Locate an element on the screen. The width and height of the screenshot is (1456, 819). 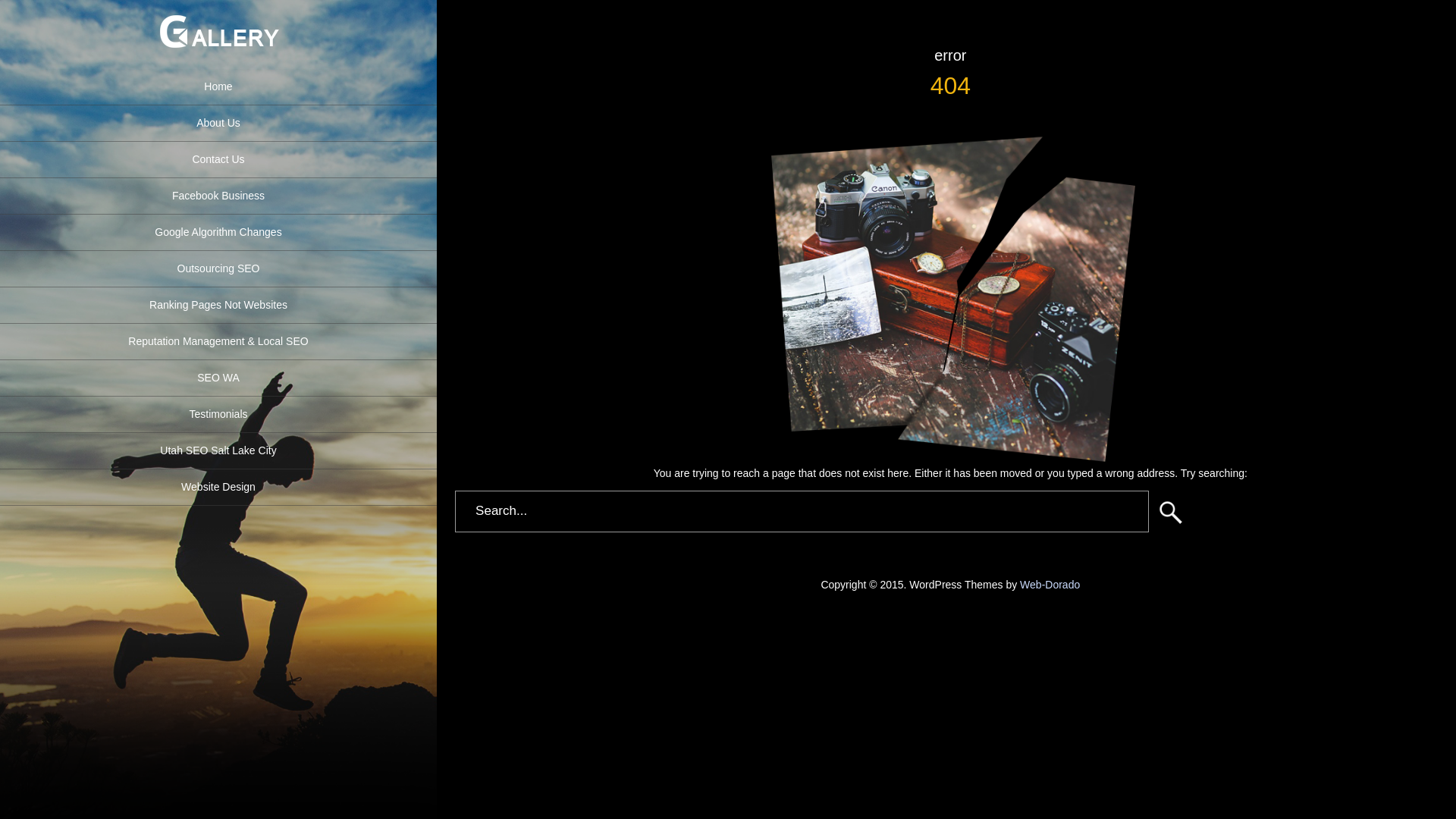
'Contact Us' is located at coordinates (218, 160).